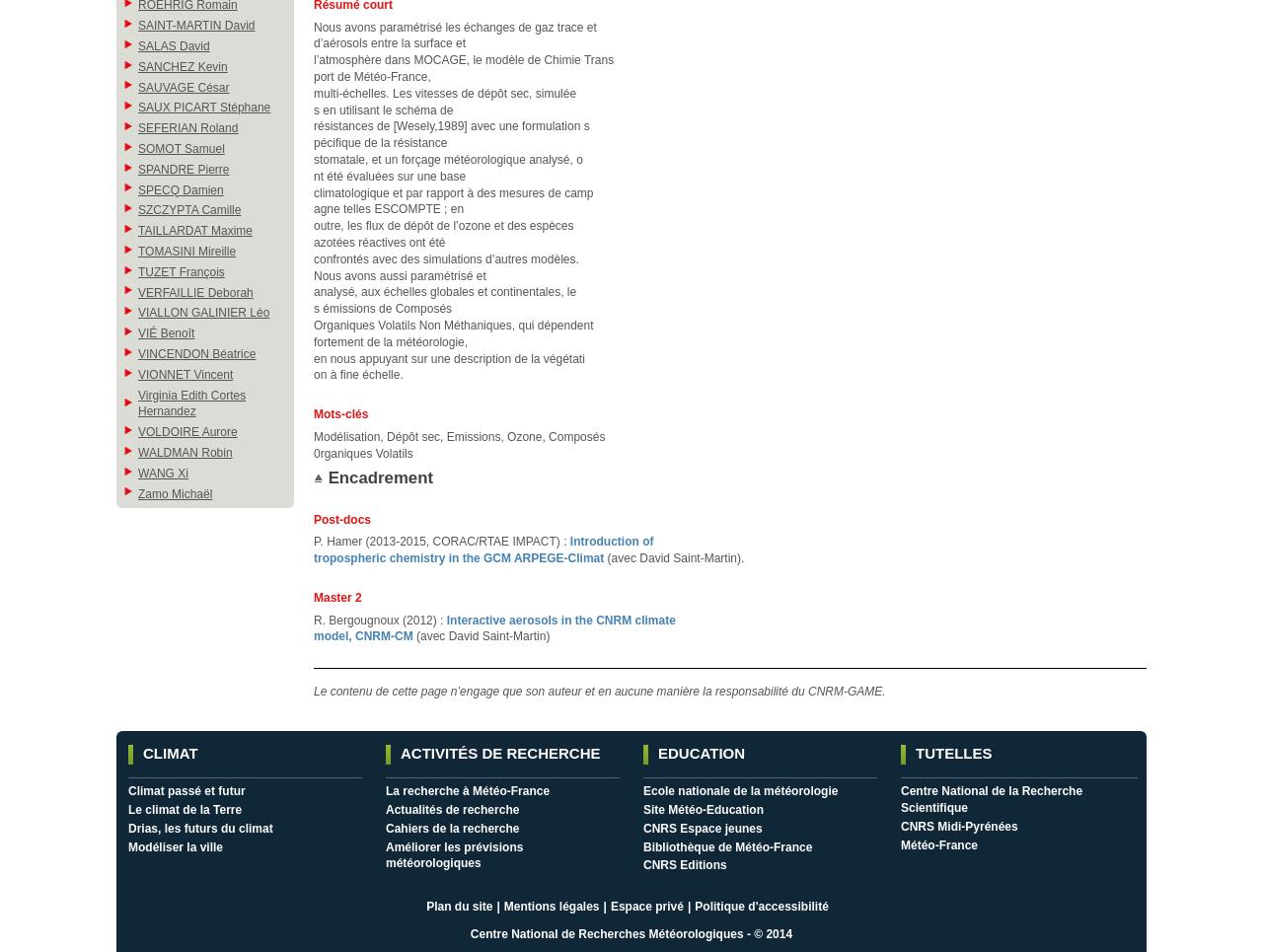 The image size is (1263, 952). Describe the element at coordinates (185, 809) in the screenshot. I see `'Le climat de la Terre'` at that location.